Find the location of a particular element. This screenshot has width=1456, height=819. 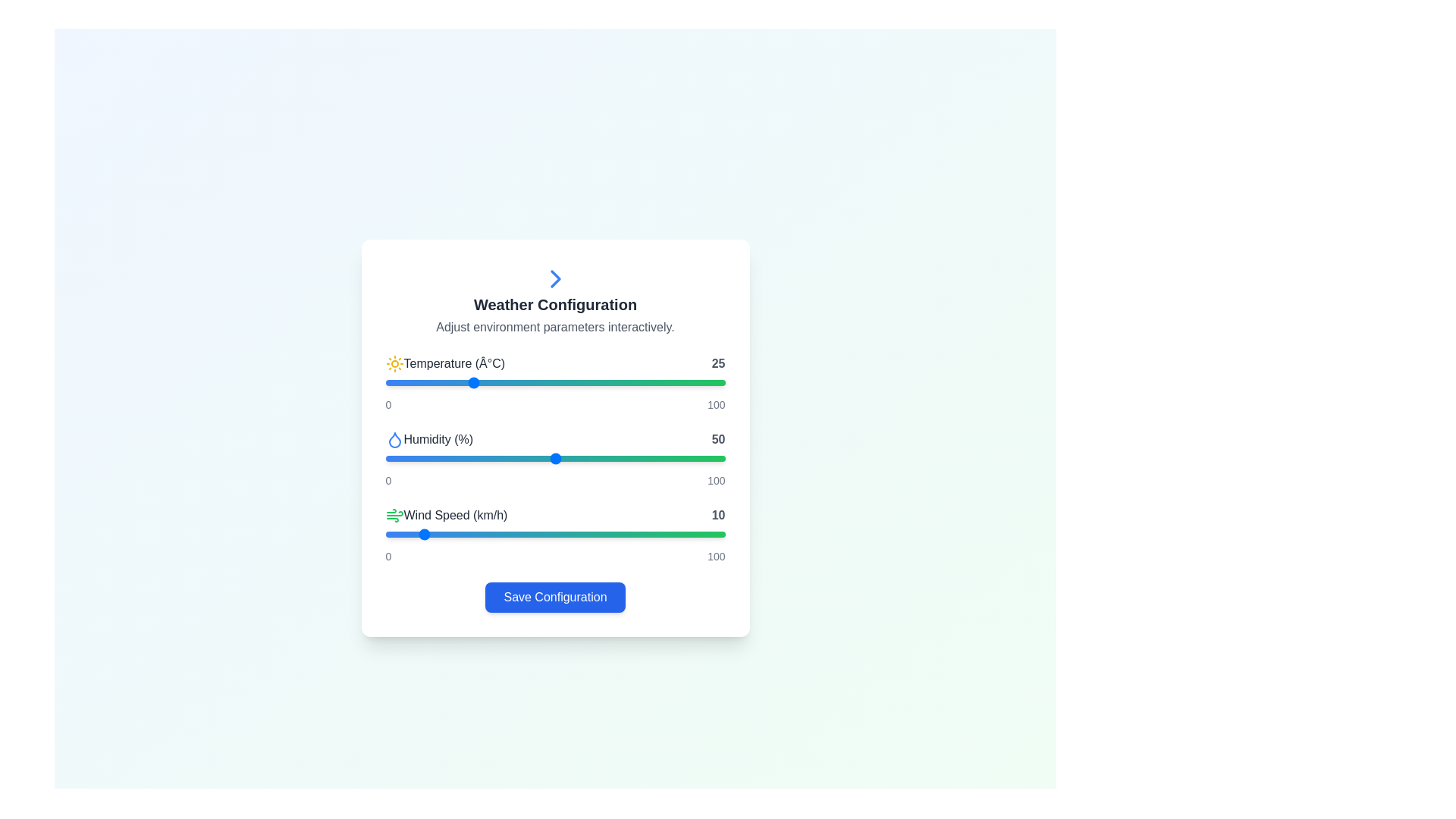

the humidity label with an icon, located on the left side of the weather configuration interface, positioned near the numerical value '50' for humidity, below 'Temperature (°C)' and above 'Wind Speed (km/h) is located at coordinates (428, 439).